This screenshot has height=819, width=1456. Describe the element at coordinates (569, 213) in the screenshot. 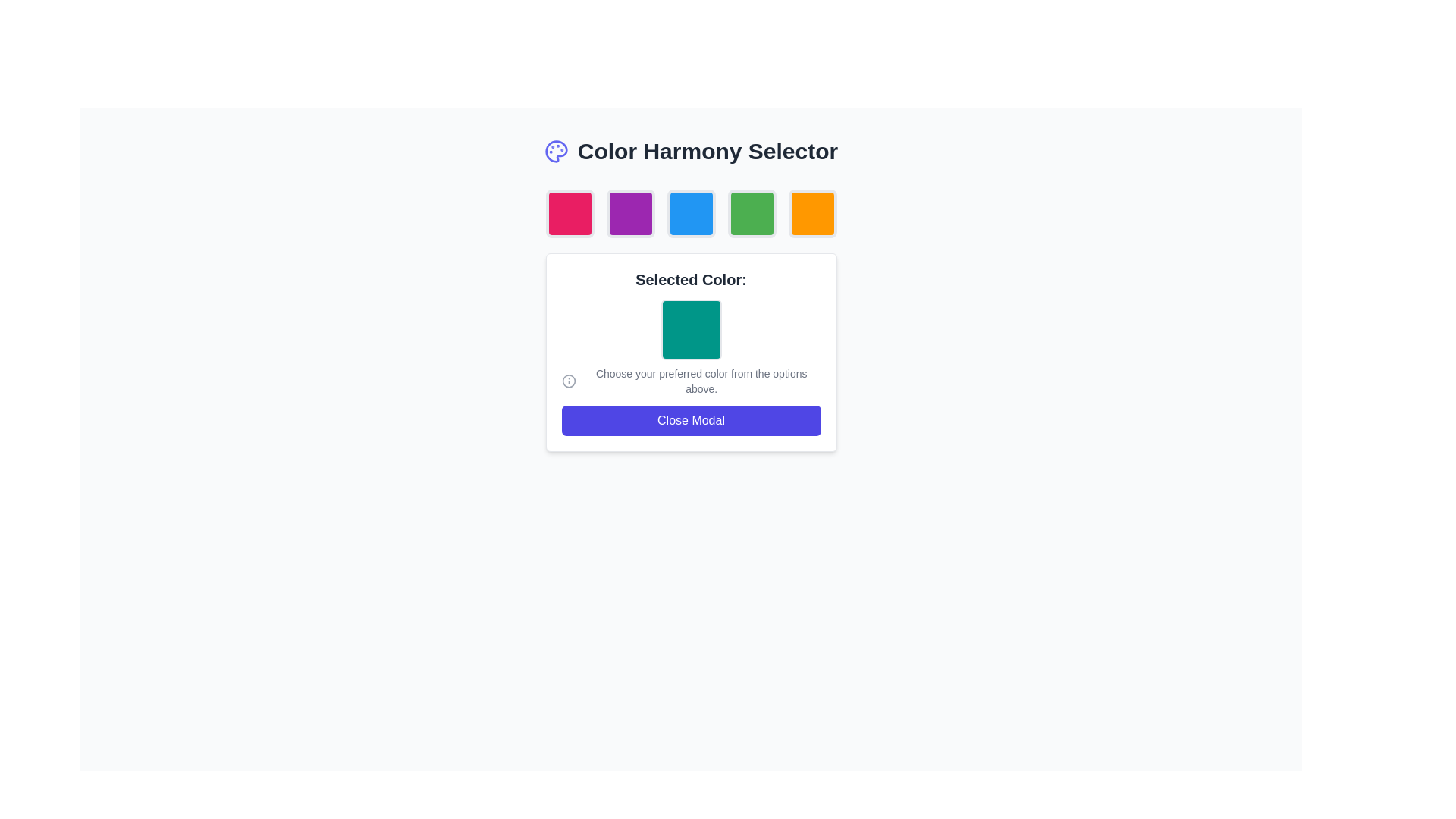

I see `the leftmost button in the Color Harmony Selector group` at that location.